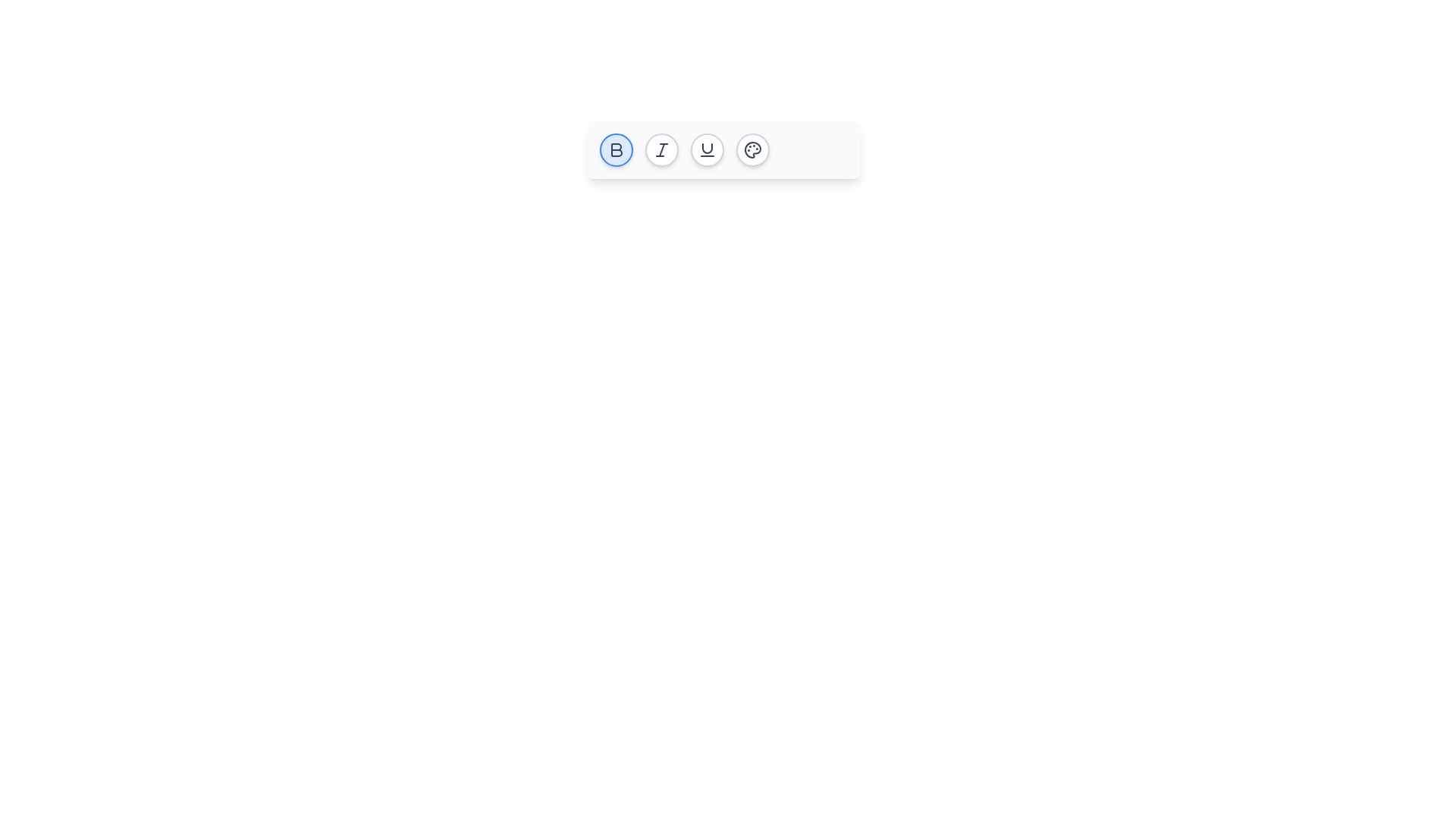  Describe the element at coordinates (706, 149) in the screenshot. I see `the underlining formatting button, which is the third icon from the left in a toolbar` at that location.